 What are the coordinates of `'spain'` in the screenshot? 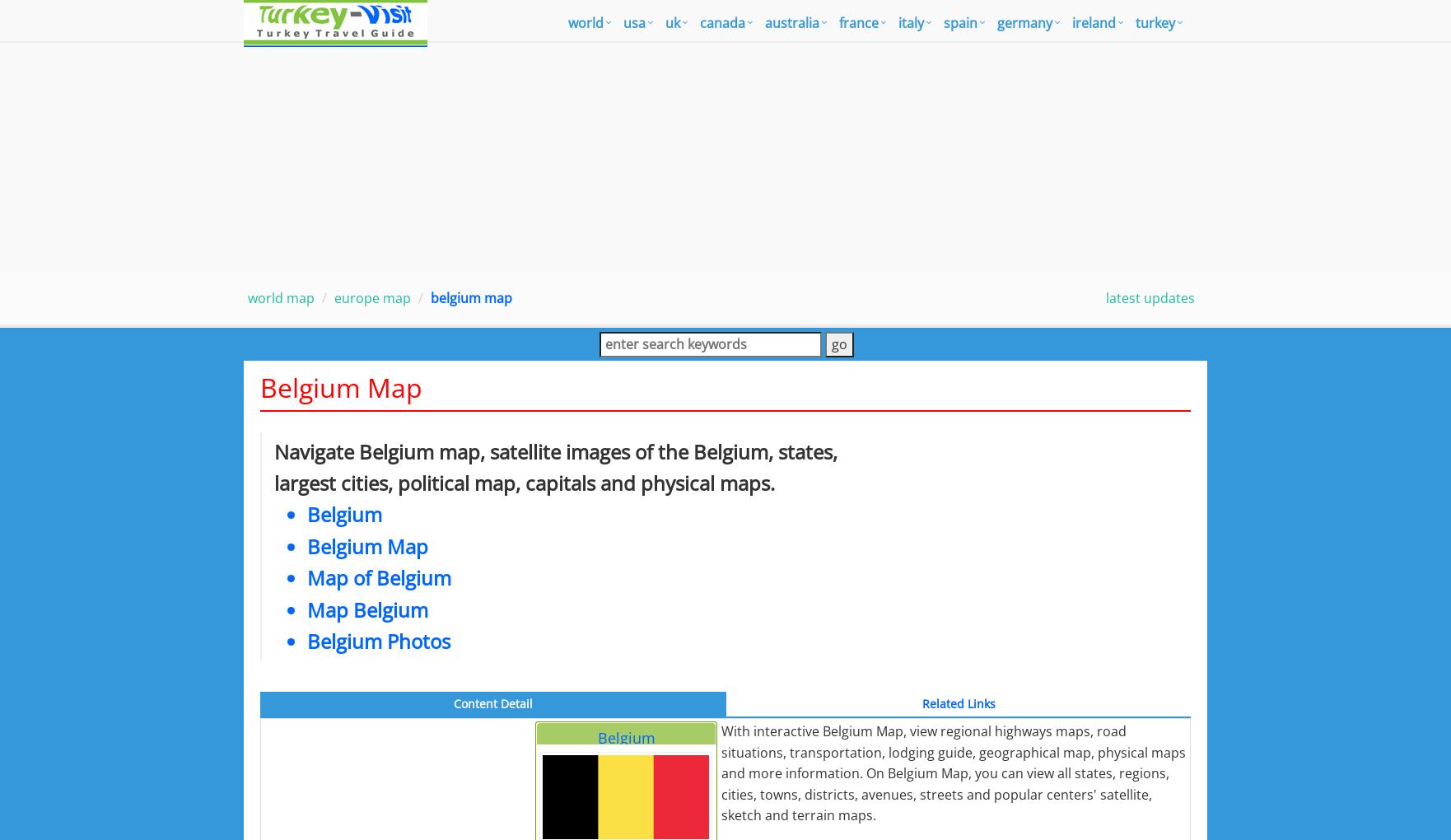 It's located at (960, 22).